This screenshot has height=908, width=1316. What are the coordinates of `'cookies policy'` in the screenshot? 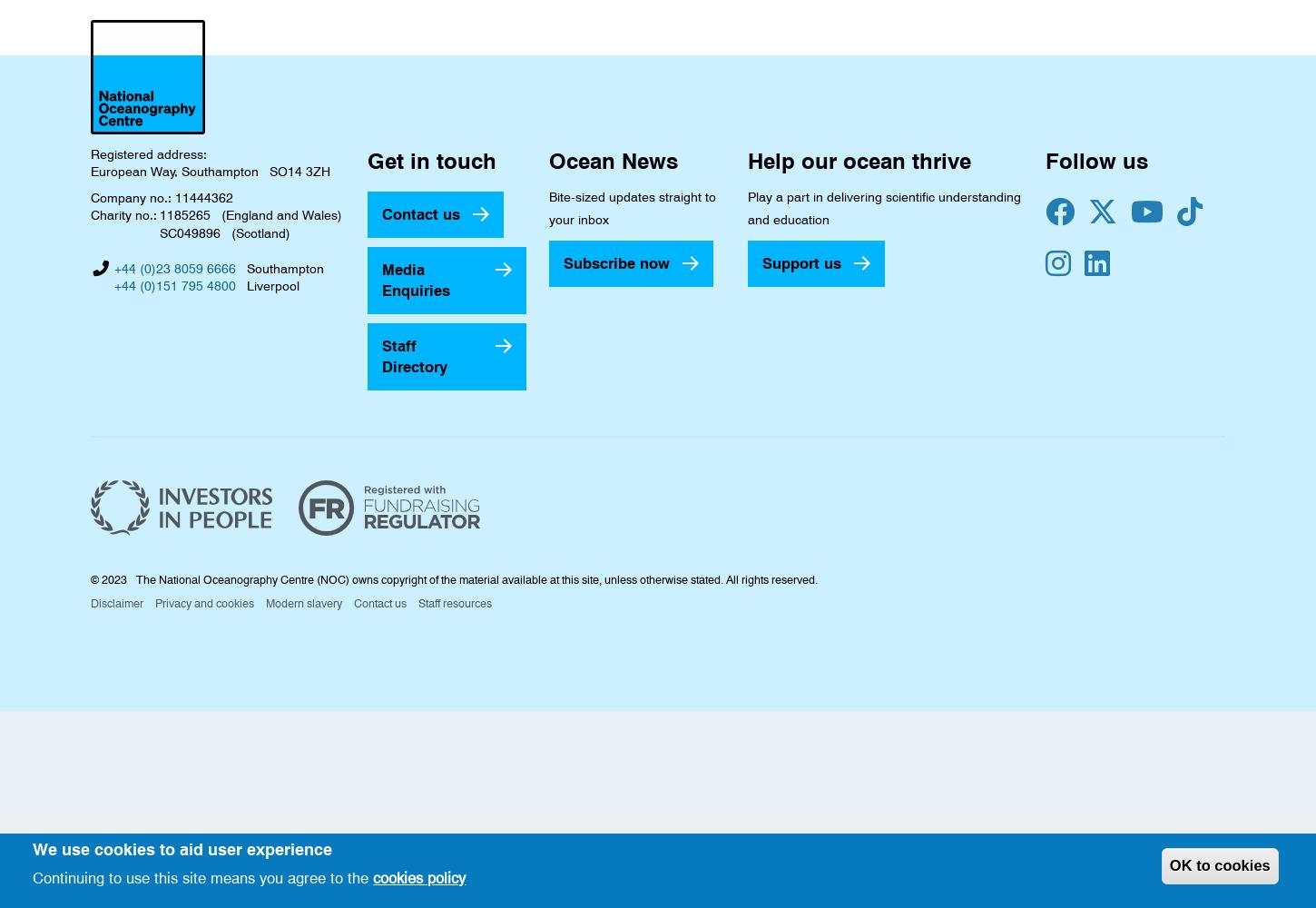 It's located at (417, 876).